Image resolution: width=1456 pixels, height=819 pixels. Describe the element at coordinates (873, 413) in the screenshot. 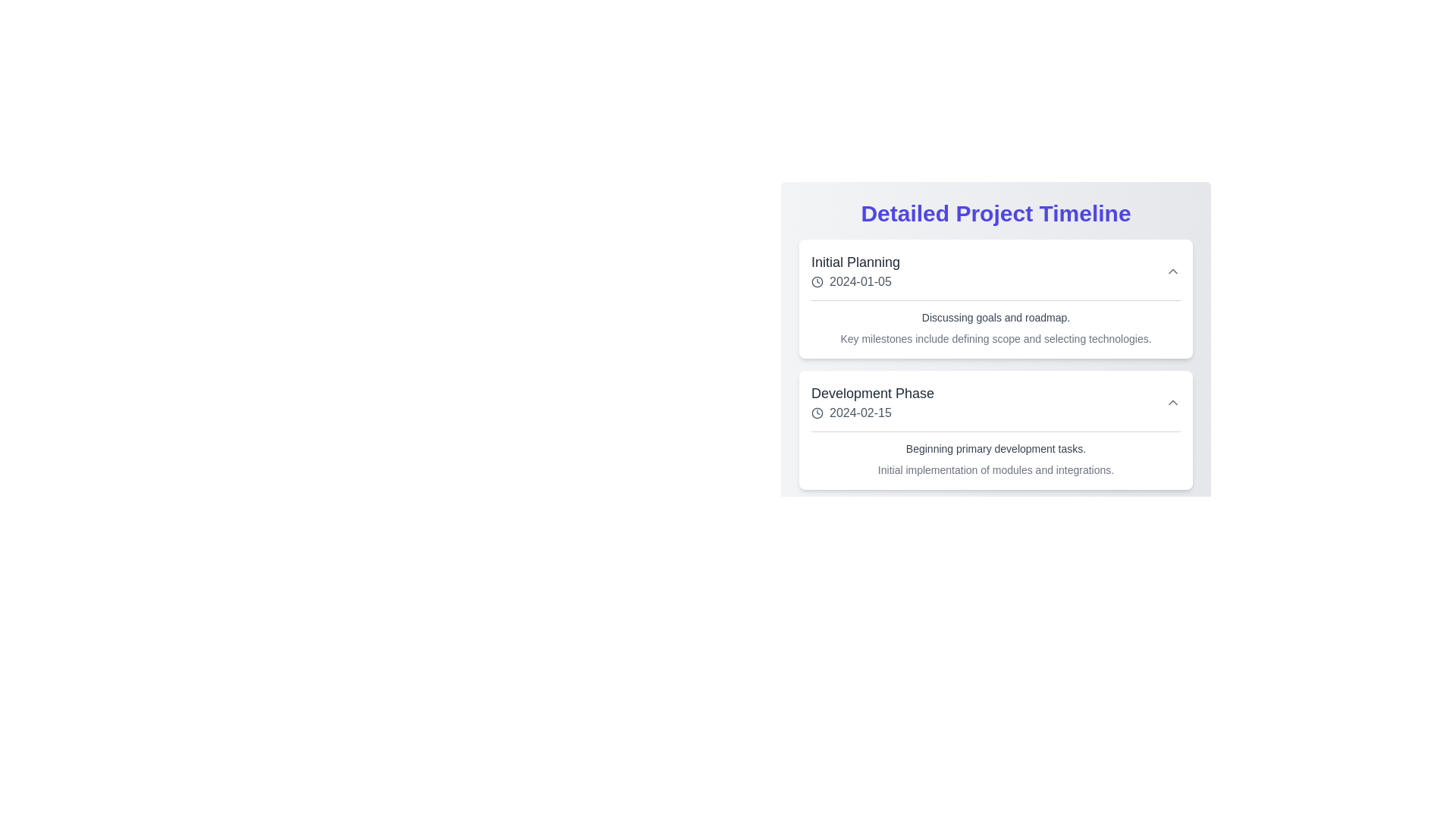

I see `the Label displaying the date '2024-02-15', which is positioned below the text 'Development Phase' and next to a clock icon` at that location.